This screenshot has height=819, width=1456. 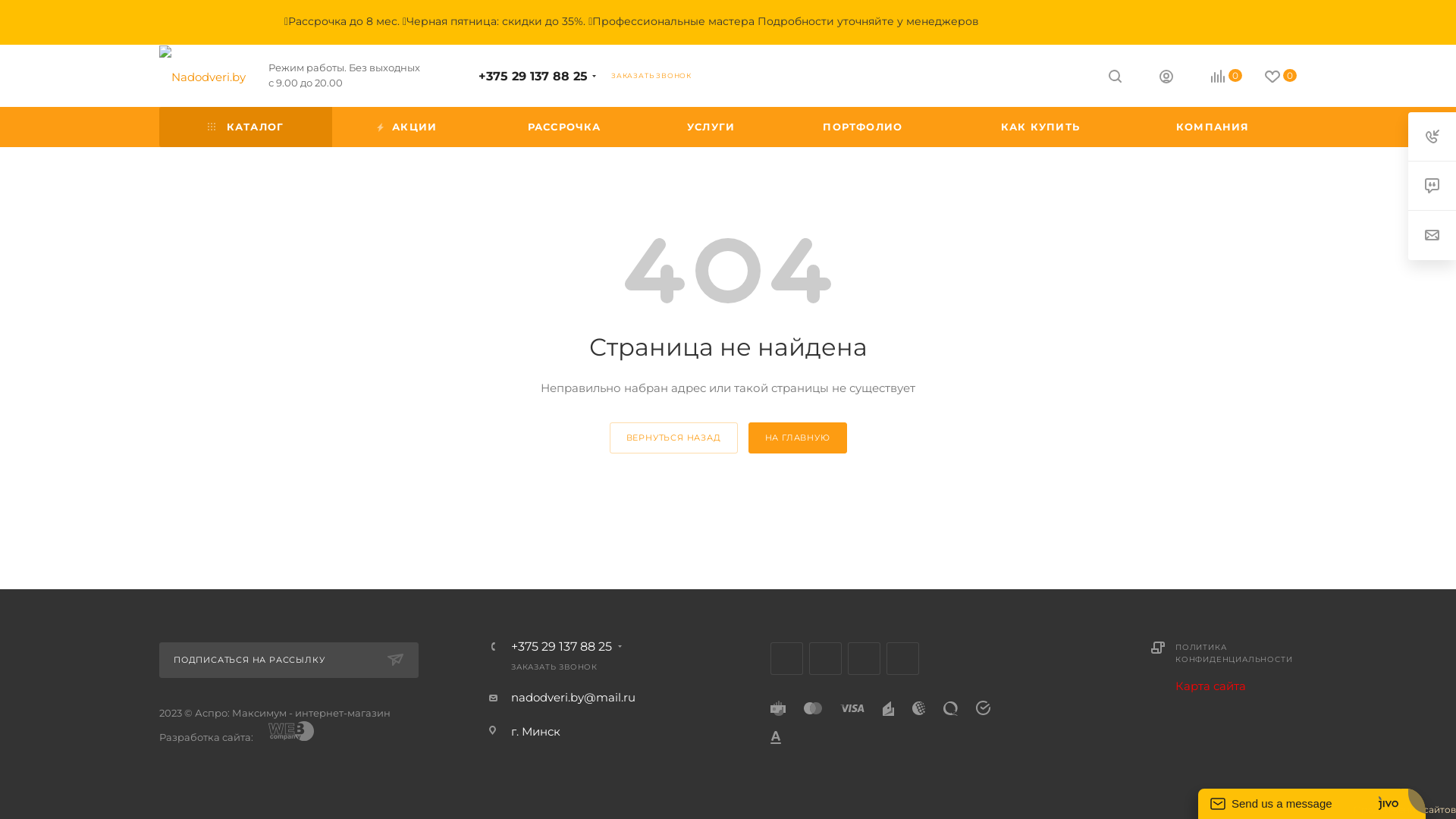 I want to click on 'nadodveri.by@mail.ru', so click(x=572, y=697).